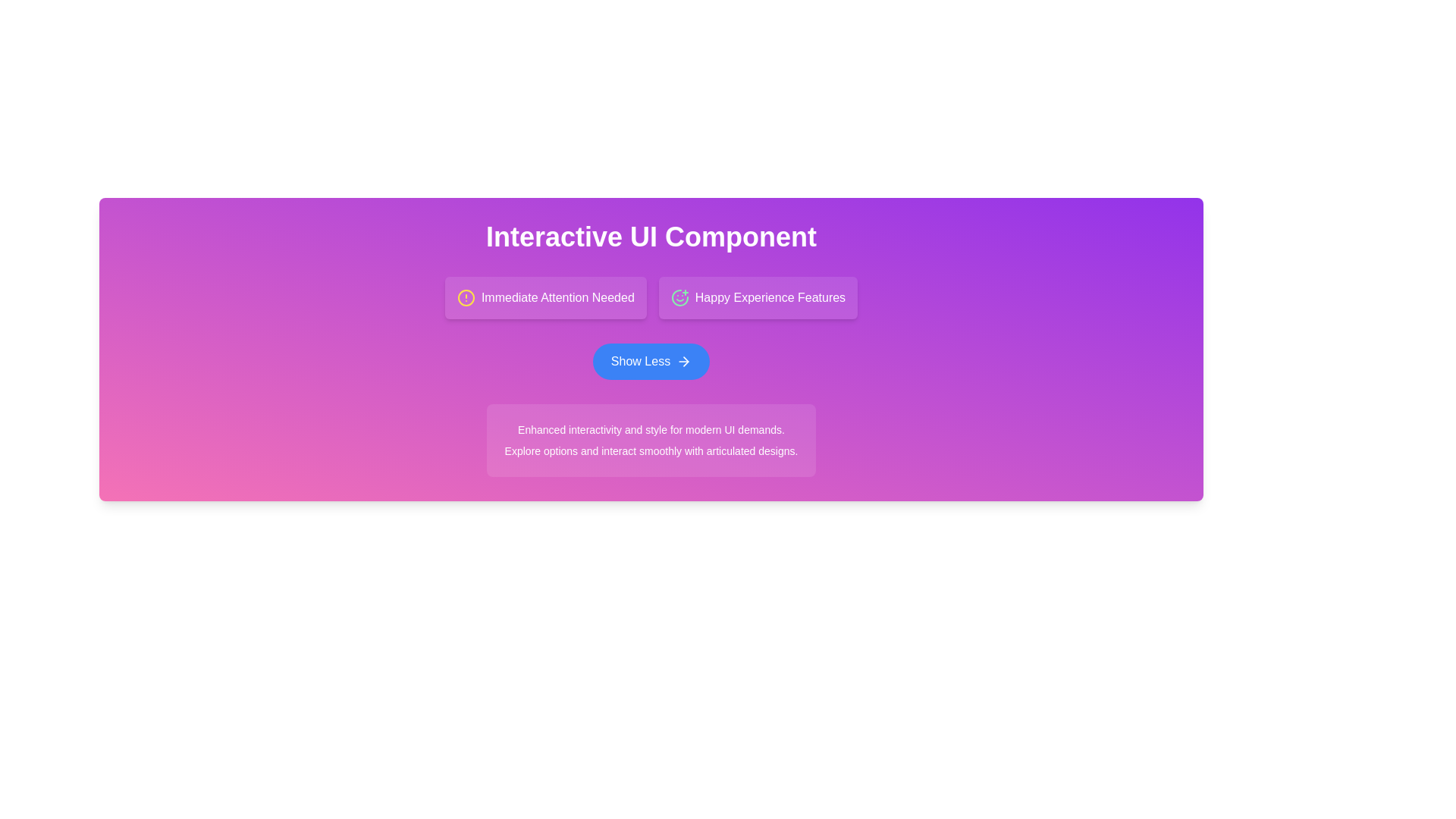 The height and width of the screenshot is (819, 1456). Describe the element at coordinates (651, 450) in the screenshot. I see `the static text element that reads 'Explore options and interact smoothly with articulated designs.' positioned in the lower section of the interface against a pink-purple gradient background` at that location.